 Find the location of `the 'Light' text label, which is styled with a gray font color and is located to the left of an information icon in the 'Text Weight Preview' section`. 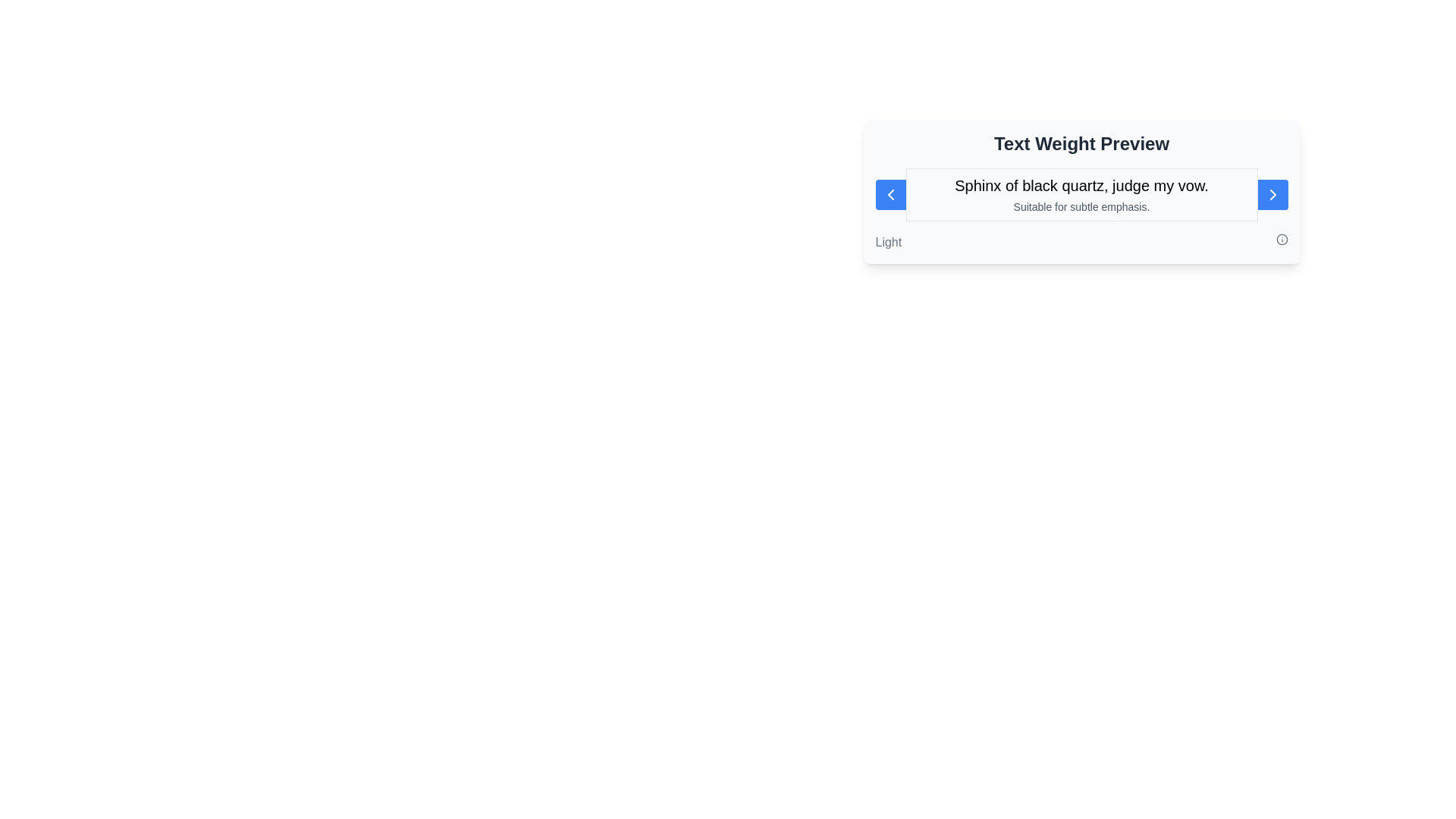

the 'Light' text label, which is styled with a gray font color and is located to the left of an information icon in the 'Text Weight Preview' section is located at coordinates (888, 242).